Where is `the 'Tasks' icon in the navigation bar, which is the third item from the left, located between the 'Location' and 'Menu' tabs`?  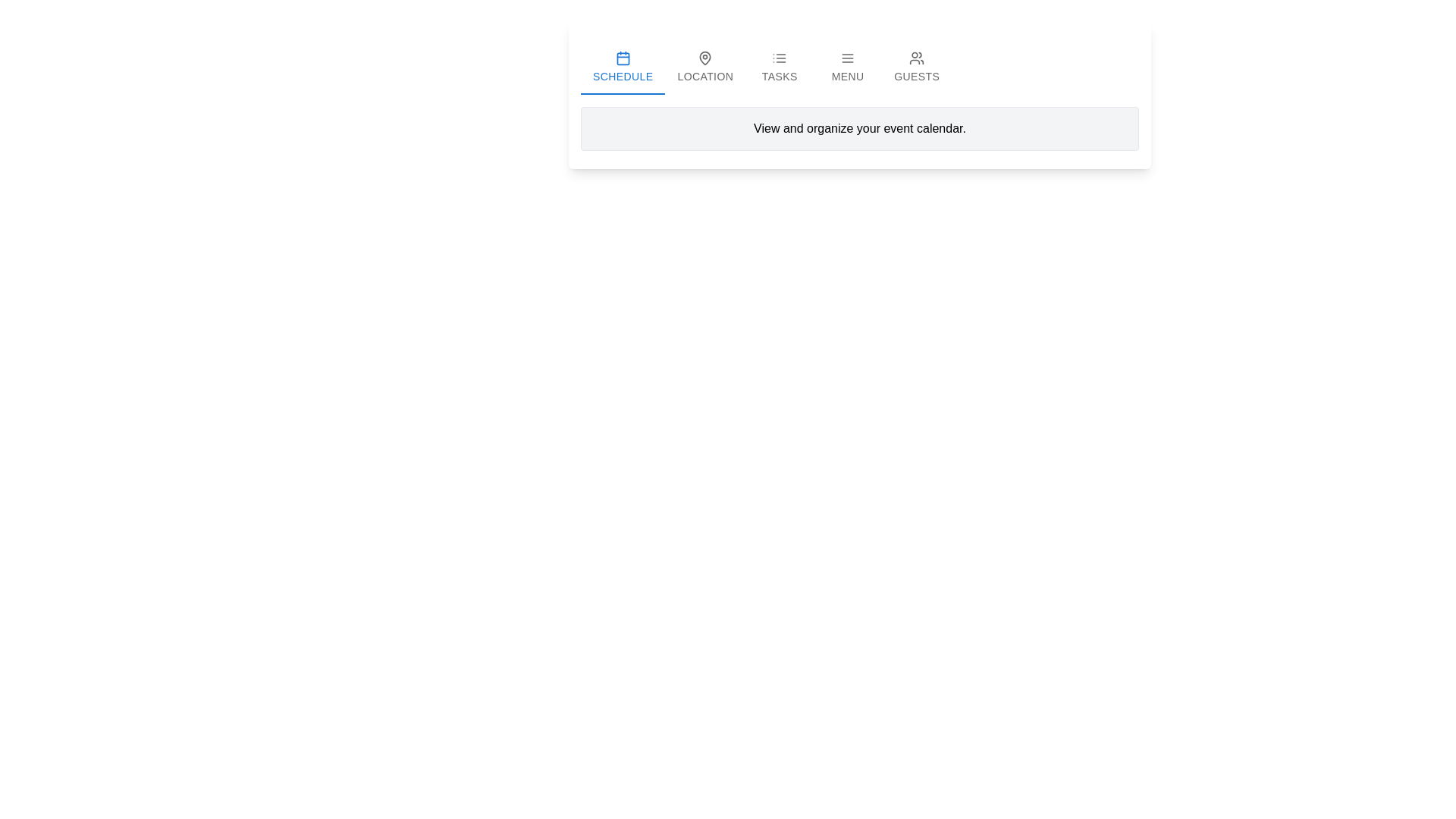
the 'Tasks' icon in the navigation bar, which is the third item from the left, located between the 'Location' and 'Menu' tabs is located at coordinates (780, 58).